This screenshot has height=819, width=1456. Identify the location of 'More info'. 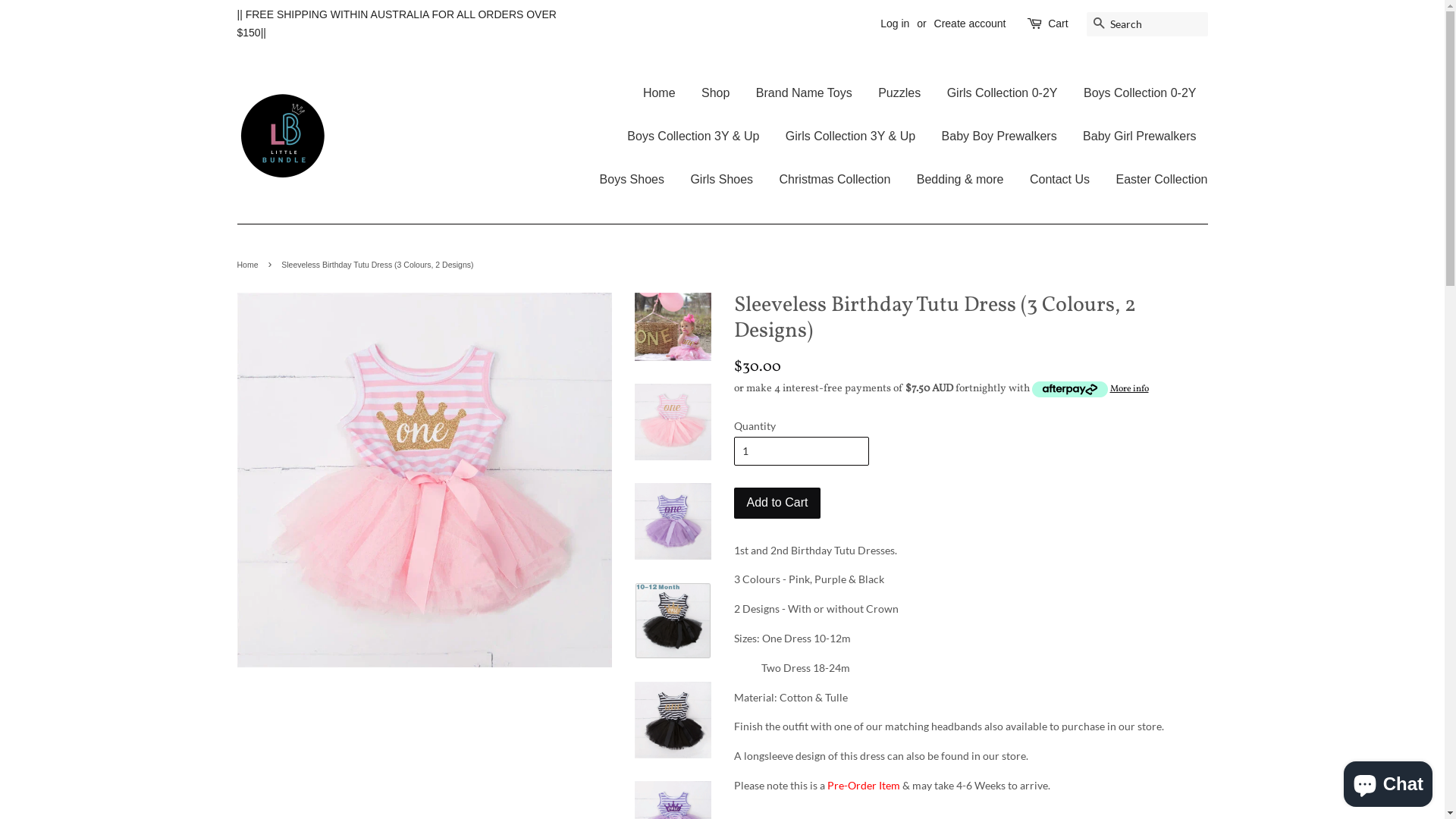
(1088, 388).